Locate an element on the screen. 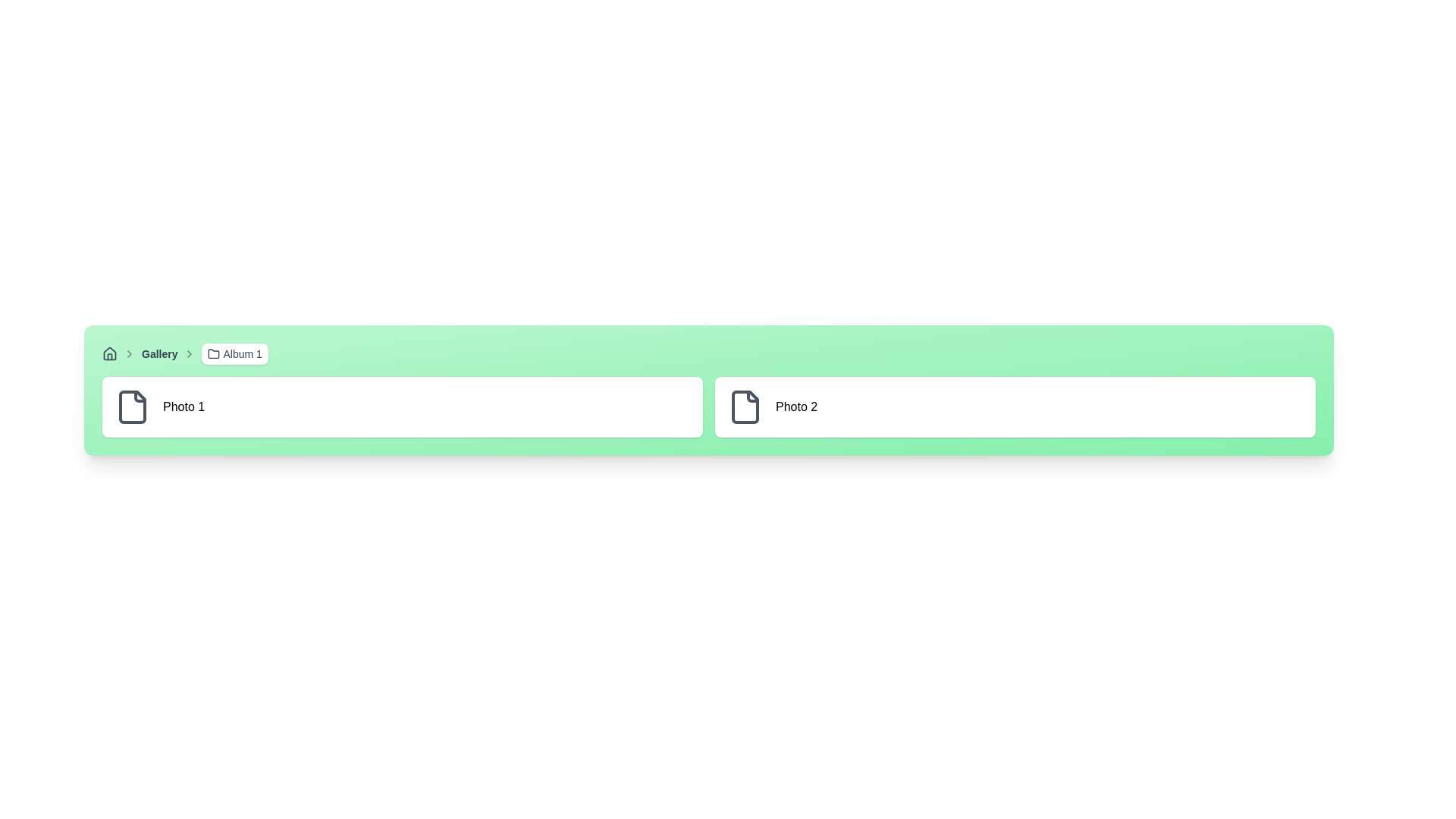  small gray chevron-shaped icon pointing right, located in the breadcrumb navigation bar between the home icon and the text 'Gallery' is located at coordinates (130, 353).